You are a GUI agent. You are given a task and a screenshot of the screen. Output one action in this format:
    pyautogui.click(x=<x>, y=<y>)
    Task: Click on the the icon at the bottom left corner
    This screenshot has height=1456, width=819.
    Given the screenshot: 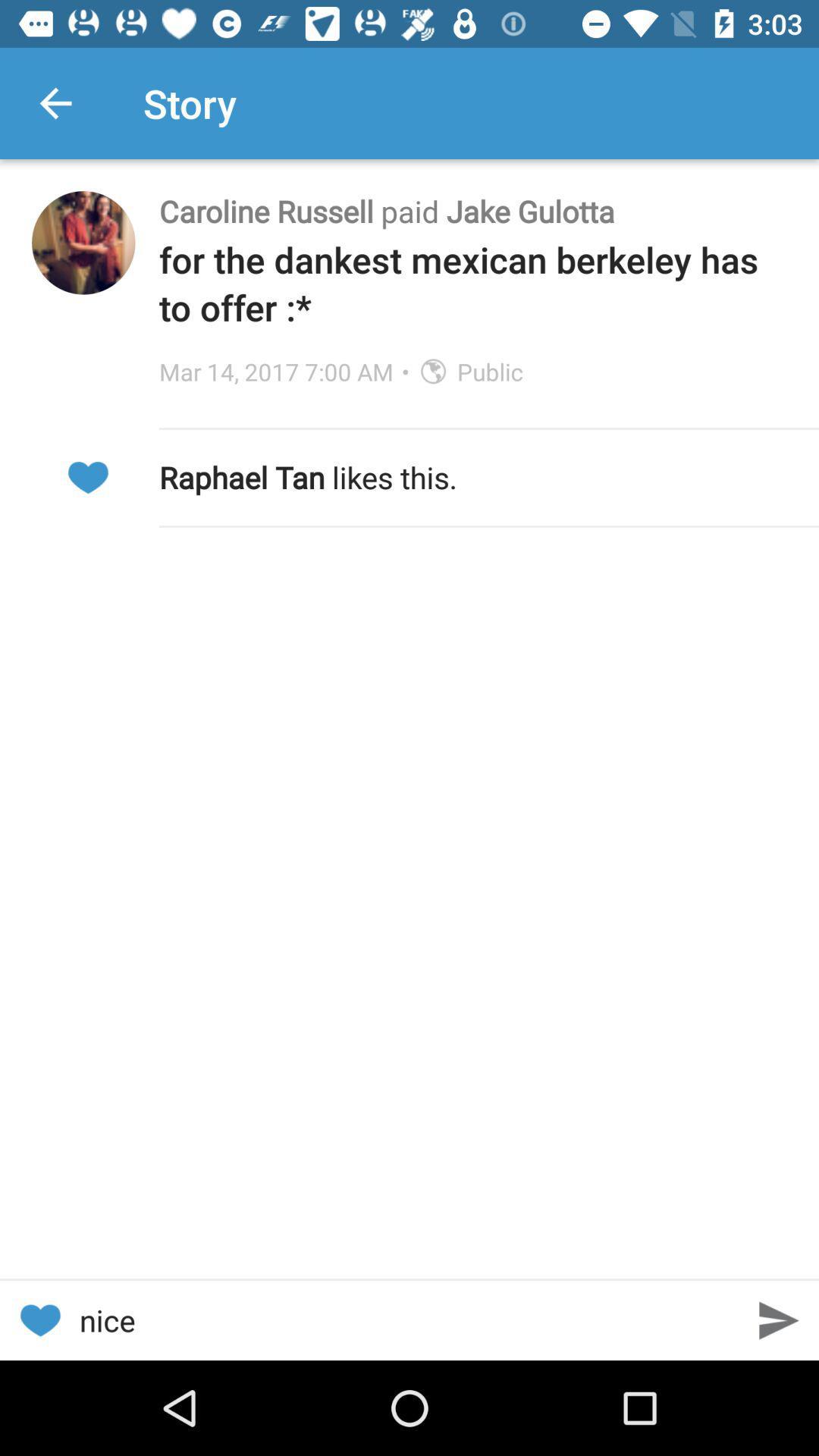 What is the action you would take?
    pyautogui.click(x=39, y=1319)
    